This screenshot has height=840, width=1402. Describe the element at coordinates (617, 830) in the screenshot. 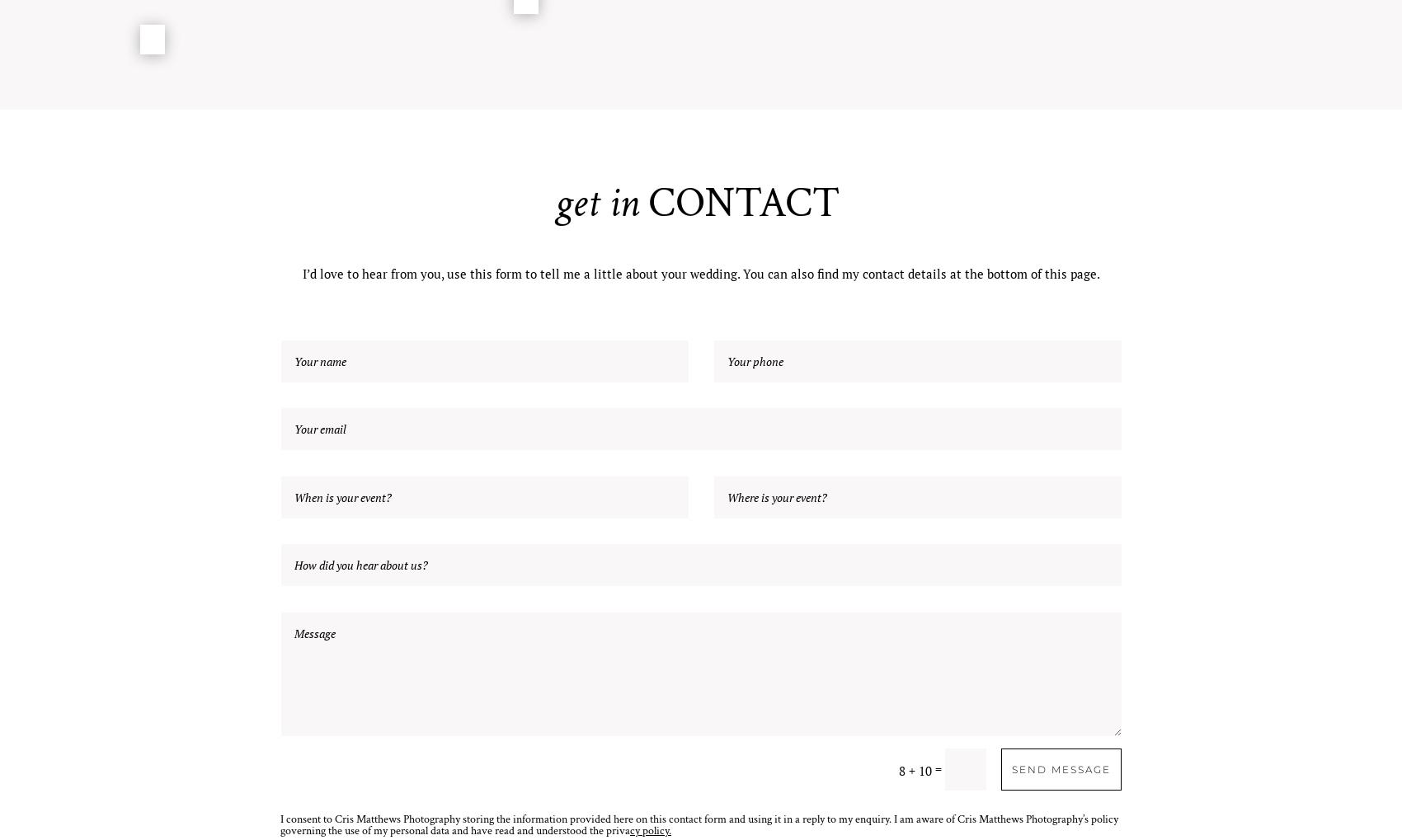

I see `'priva'` at that location.